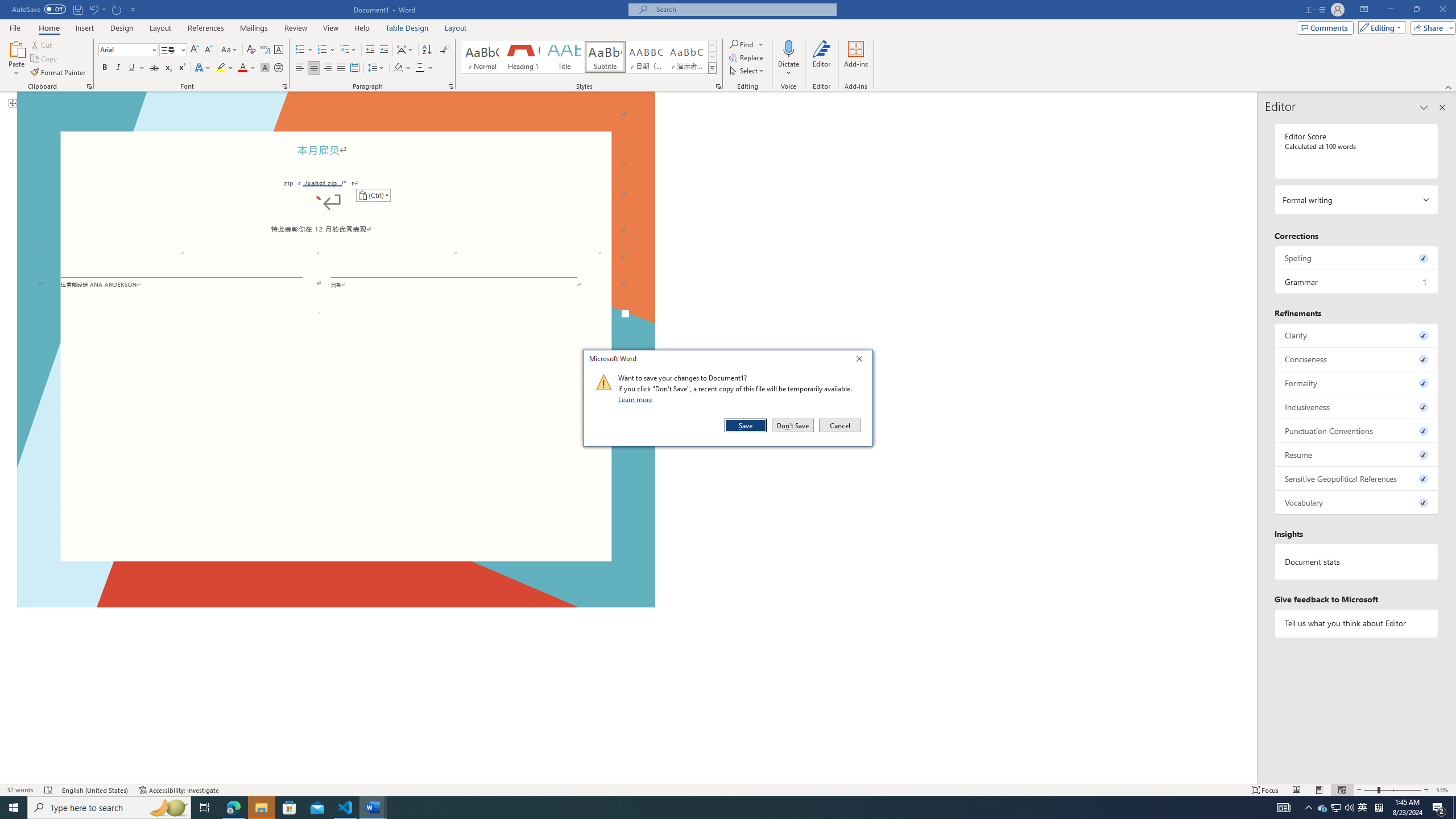  Describe the element at coordinates (109, 806) in the screenshot. I see `'Type here to search'` at that location.